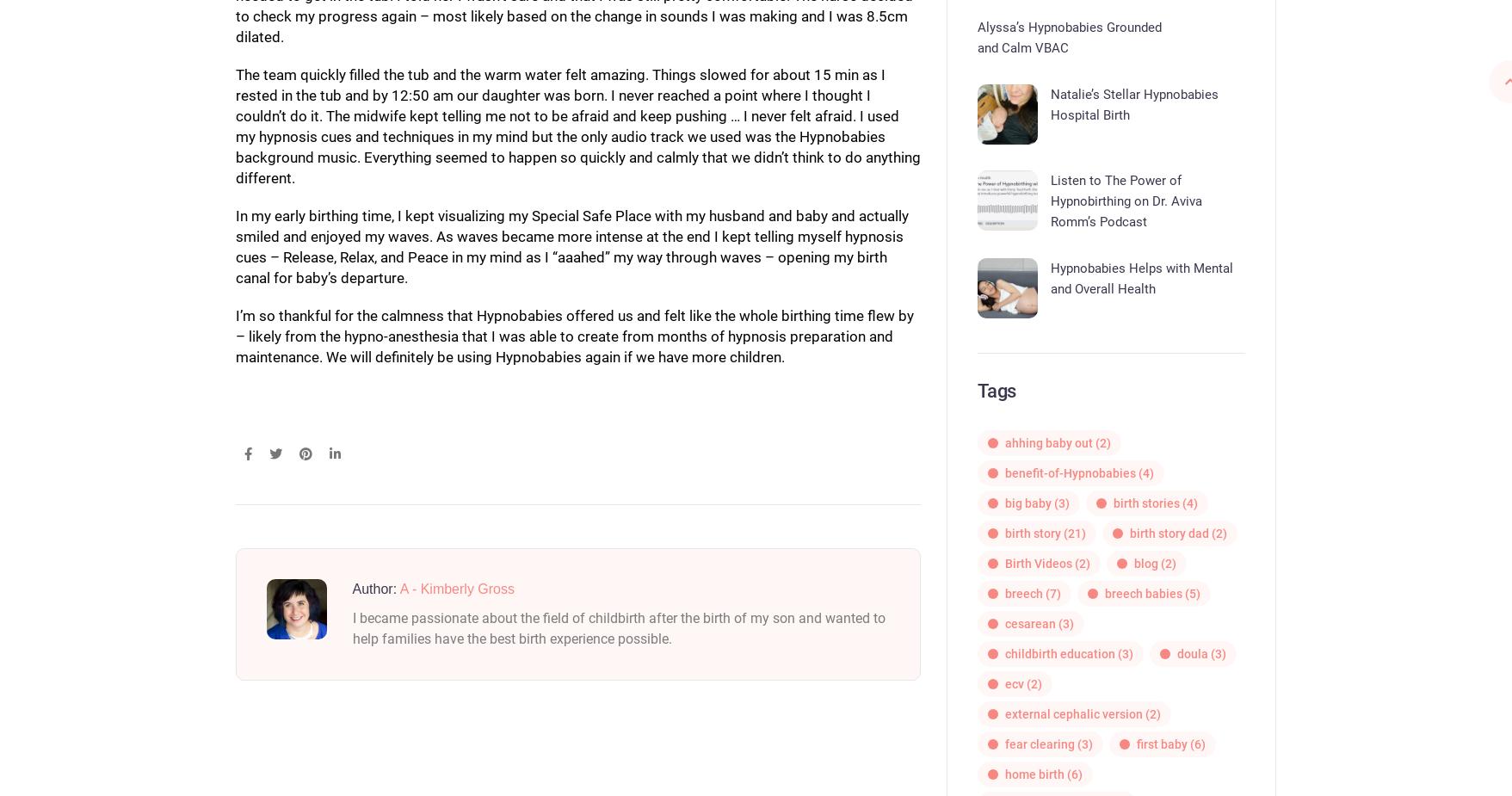 Image resolution: width=1512 pixels, height=796 pixels. I want to click on 'The team quickly filled the tub and the warm water felt amazing. Things slowed for about 15 min as I rested in the tub and by 12:50 am our daughter was born. I never reached a point where I thought I couldn’t do it. The midwife kept telling me not to be afraid and keep pushing … I never felt afraid. I used my hypnosis cues and techniques in my mind but the only audio track we used was the Hypnobabies background music. Everything seemed to happen so quickly and calmly that we didn’t think to do anything different.', so click(576, 124).